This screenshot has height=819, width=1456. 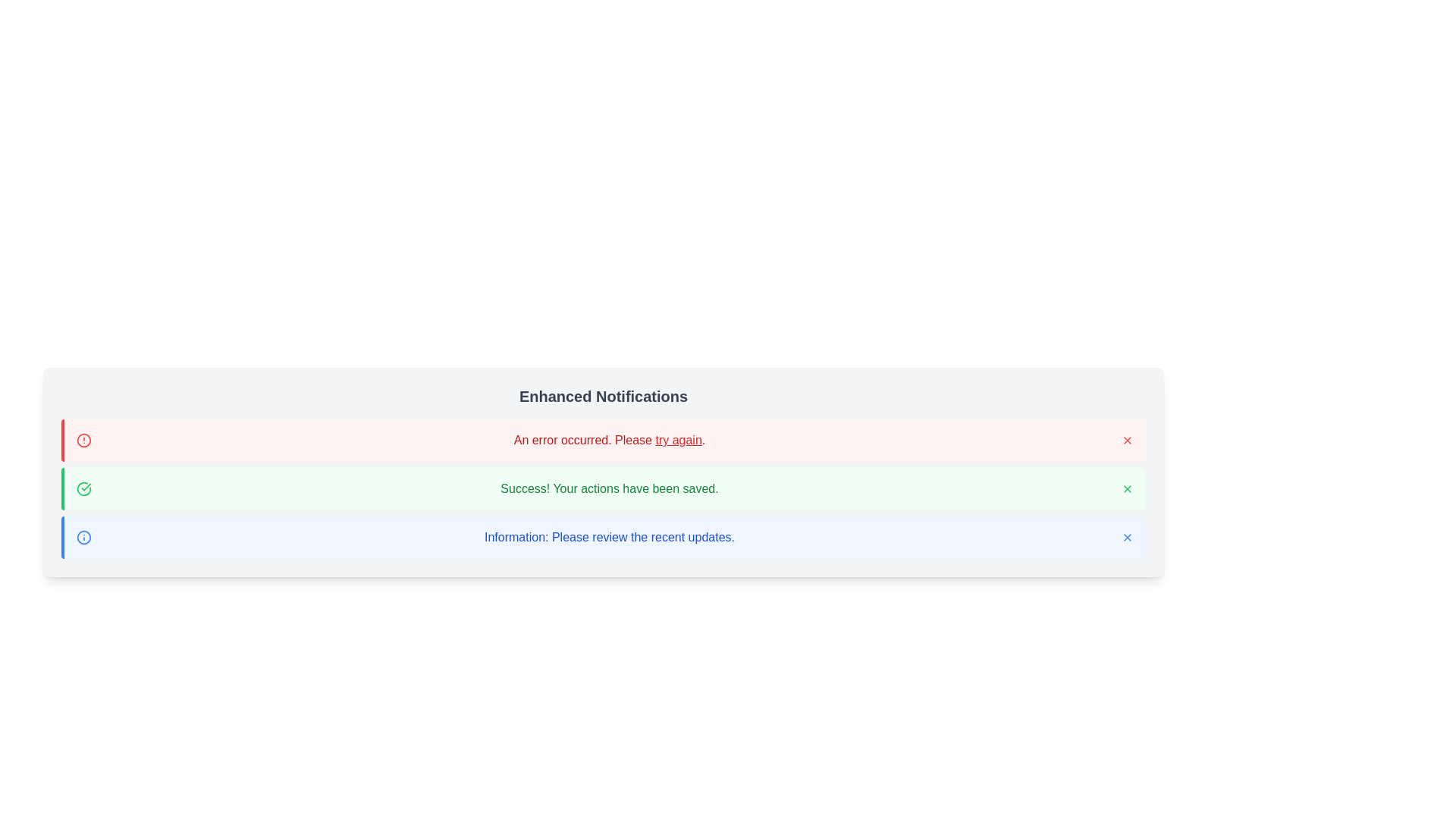 I want to click on the clickable link within the error message 'An error occurred. Please try again.' located in the uppermost notification panel with a red background, so click(x=678, y=440).